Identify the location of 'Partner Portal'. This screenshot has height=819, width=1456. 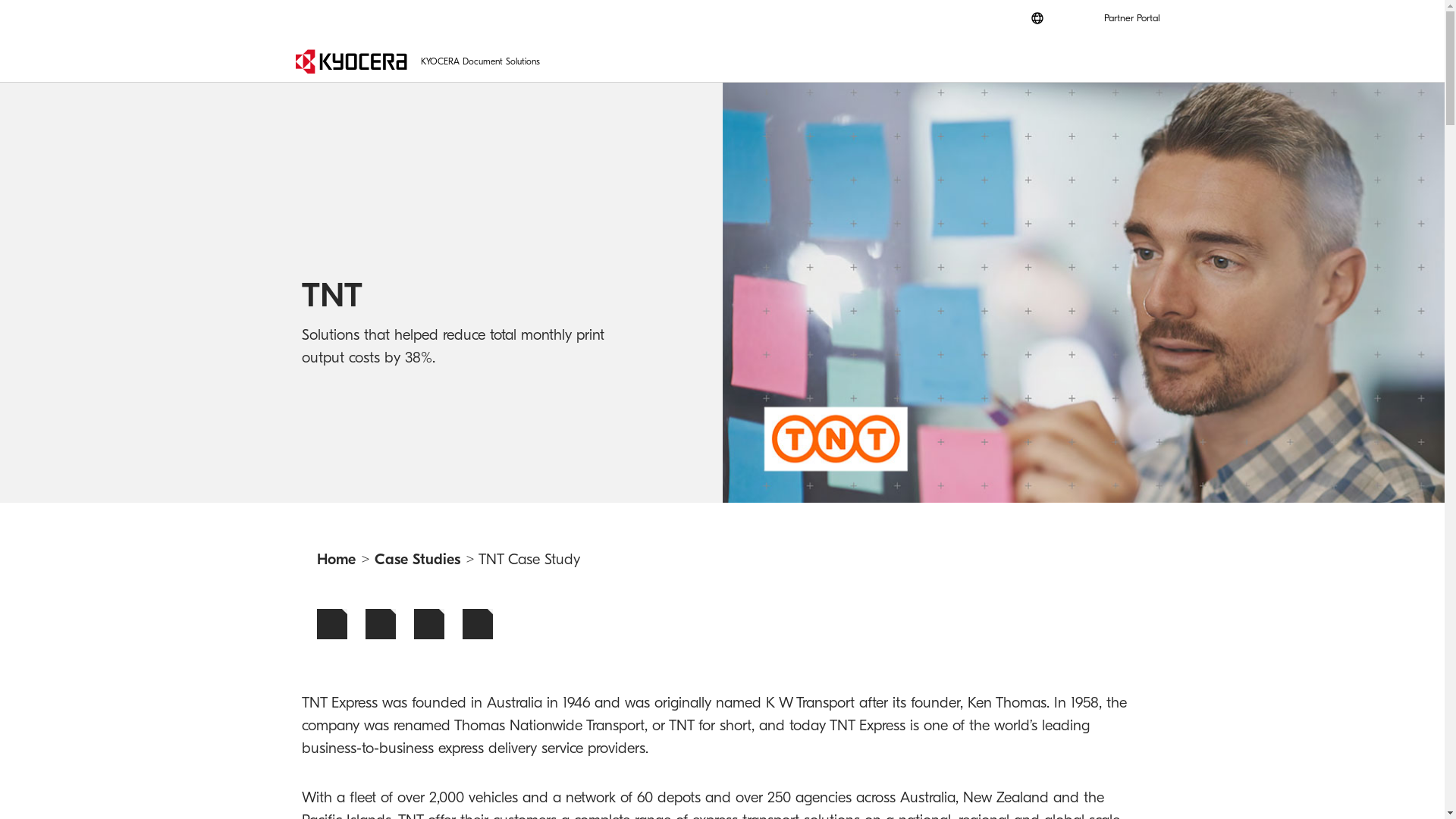
(1131, 17).